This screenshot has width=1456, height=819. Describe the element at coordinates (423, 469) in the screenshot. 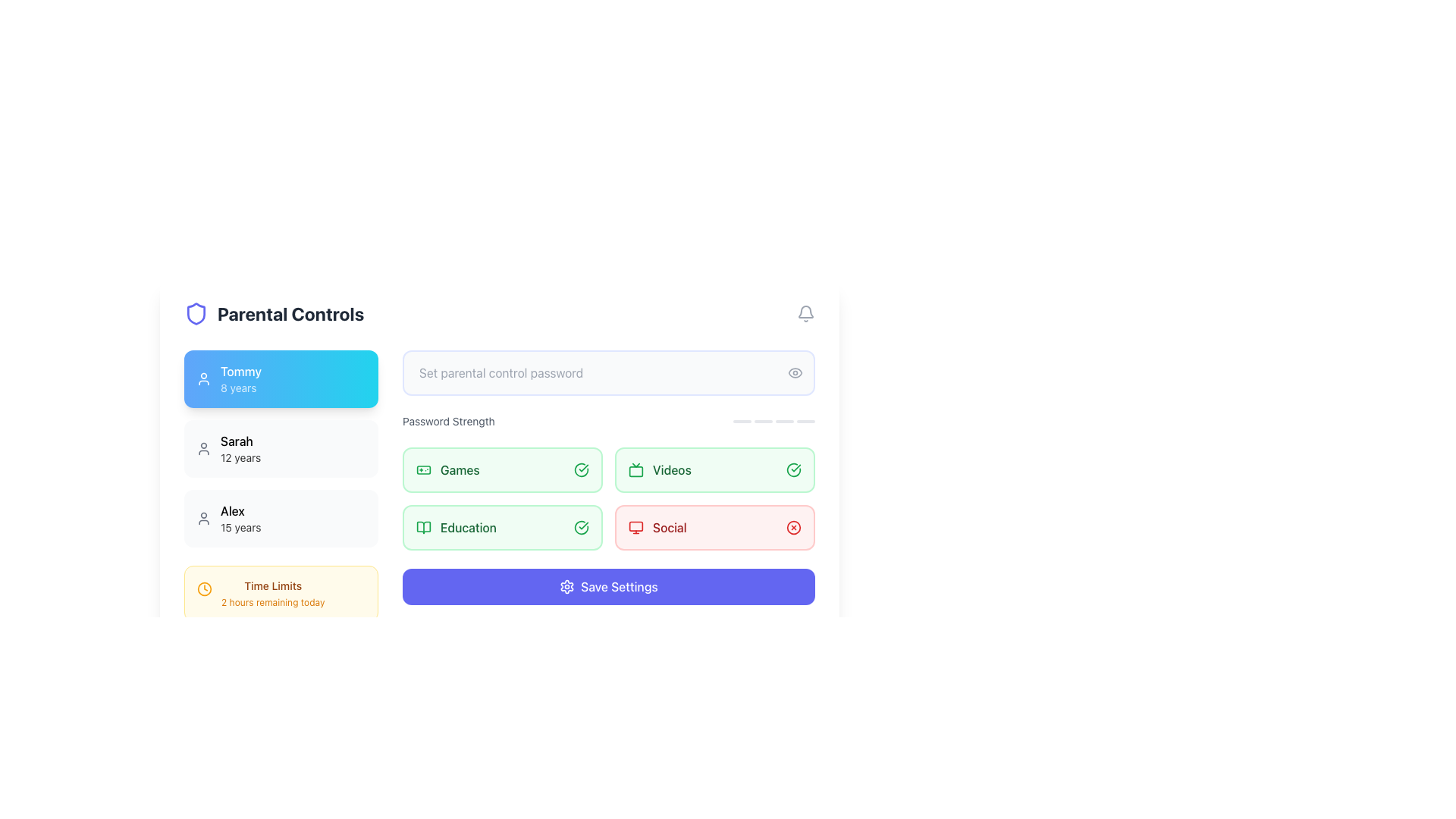

I see `the green gamepad icon located to the left of the text 'Games' within the 'Password Strength' section` at that location.